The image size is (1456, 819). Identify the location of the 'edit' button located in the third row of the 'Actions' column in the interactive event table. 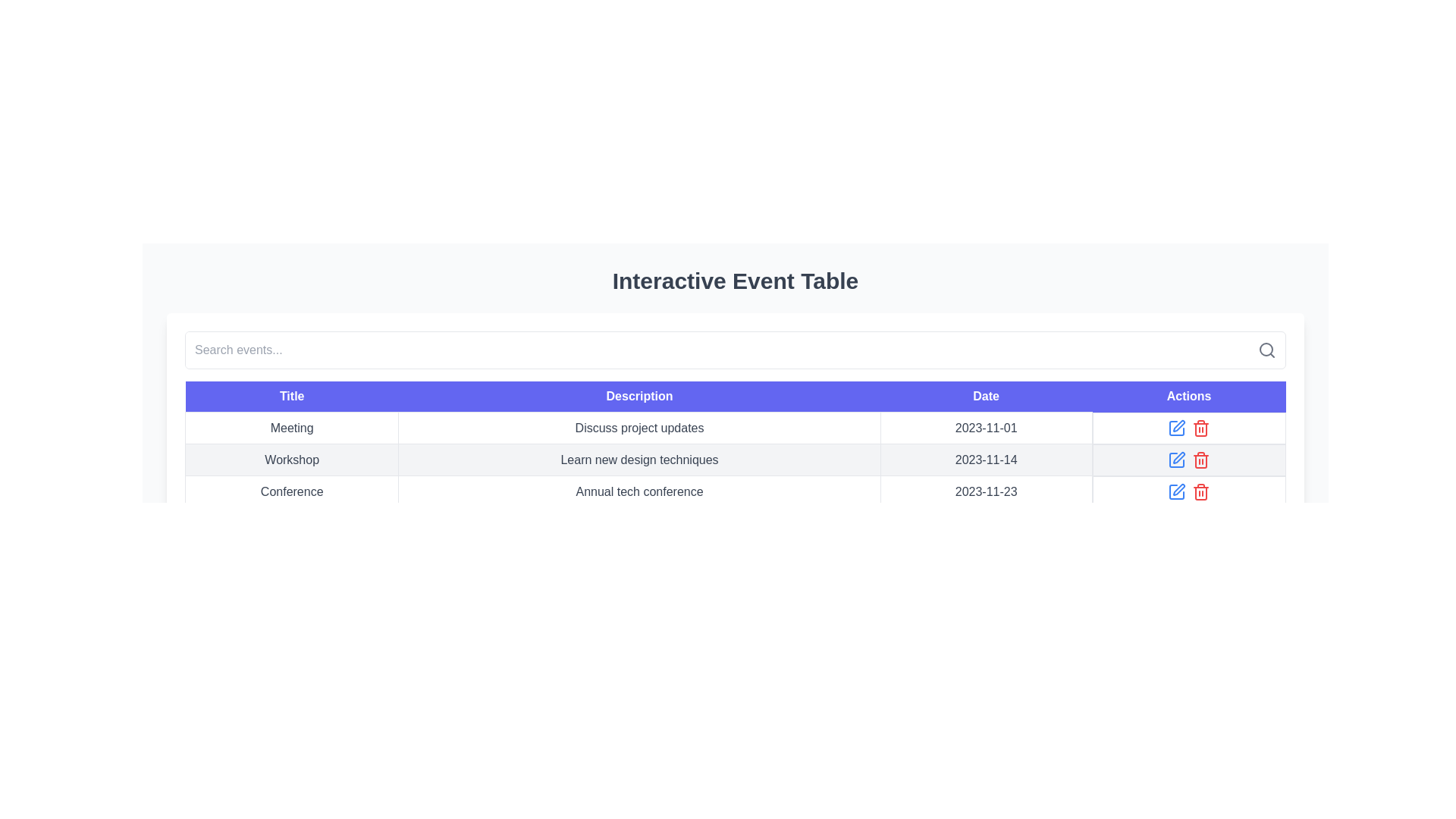
(1178, 489).